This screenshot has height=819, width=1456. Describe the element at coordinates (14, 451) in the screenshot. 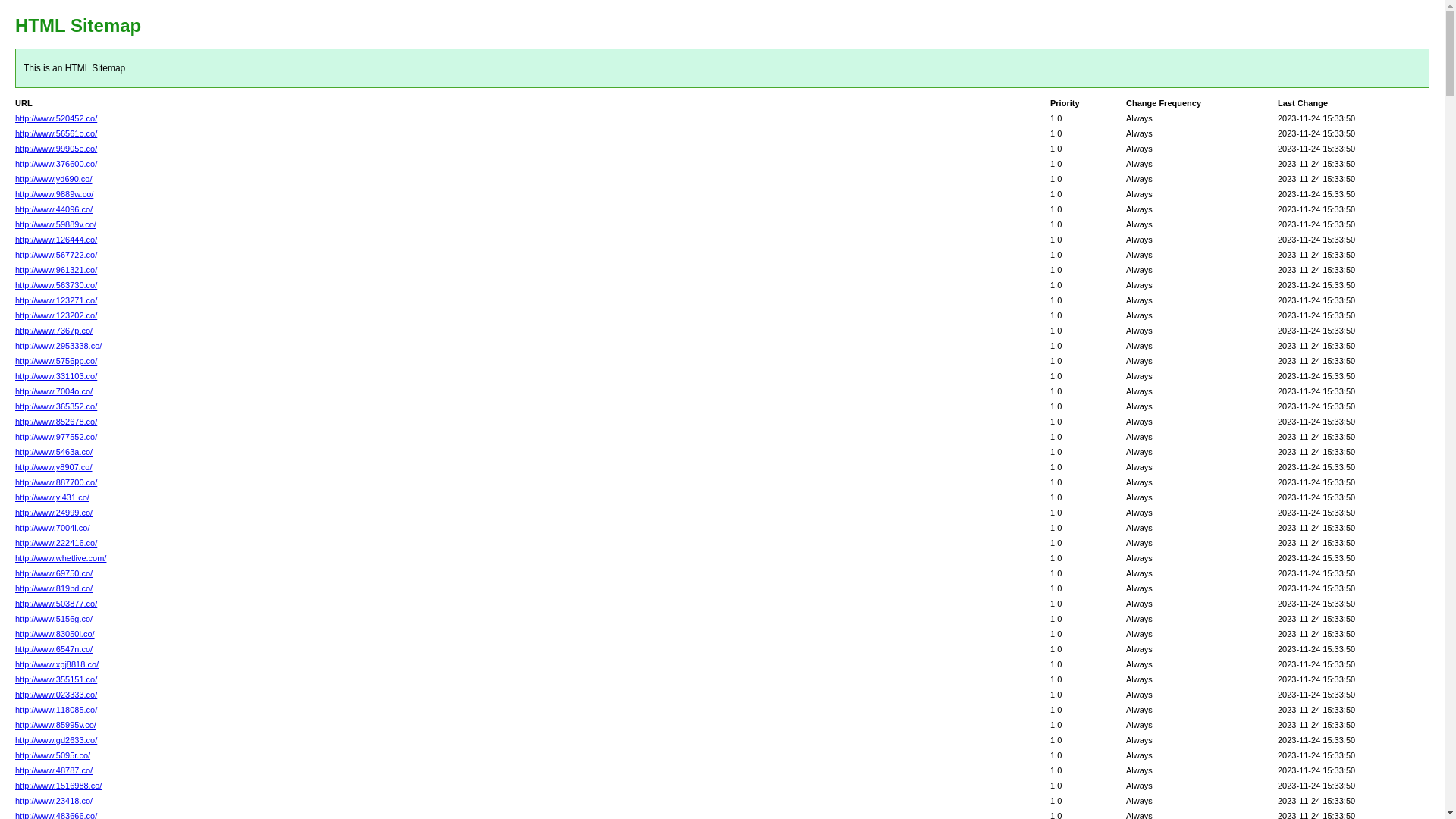

I see `'http://www.5463a.co/'` at that location.